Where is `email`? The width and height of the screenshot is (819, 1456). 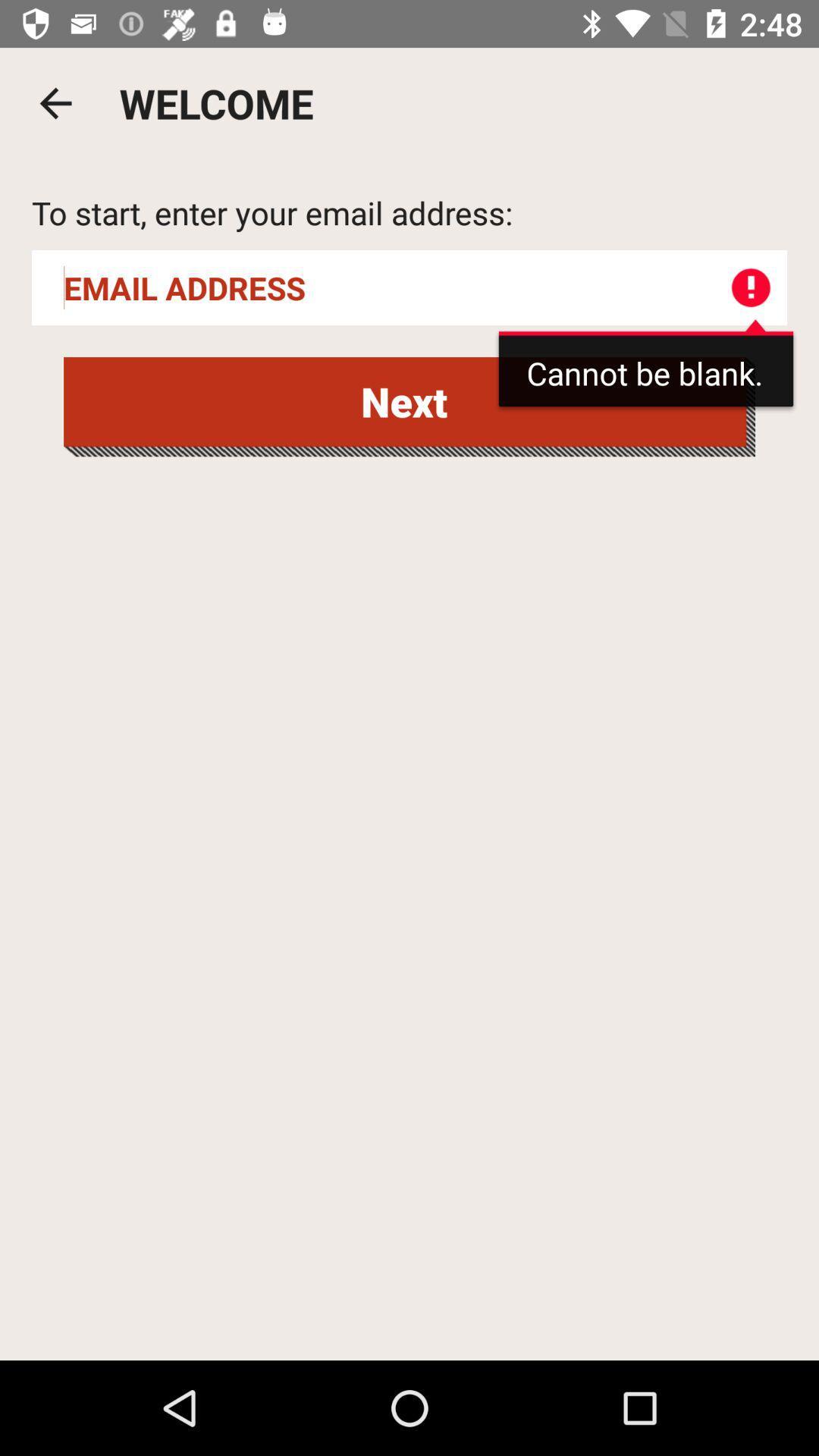
email is located at coordinates (409, 287).